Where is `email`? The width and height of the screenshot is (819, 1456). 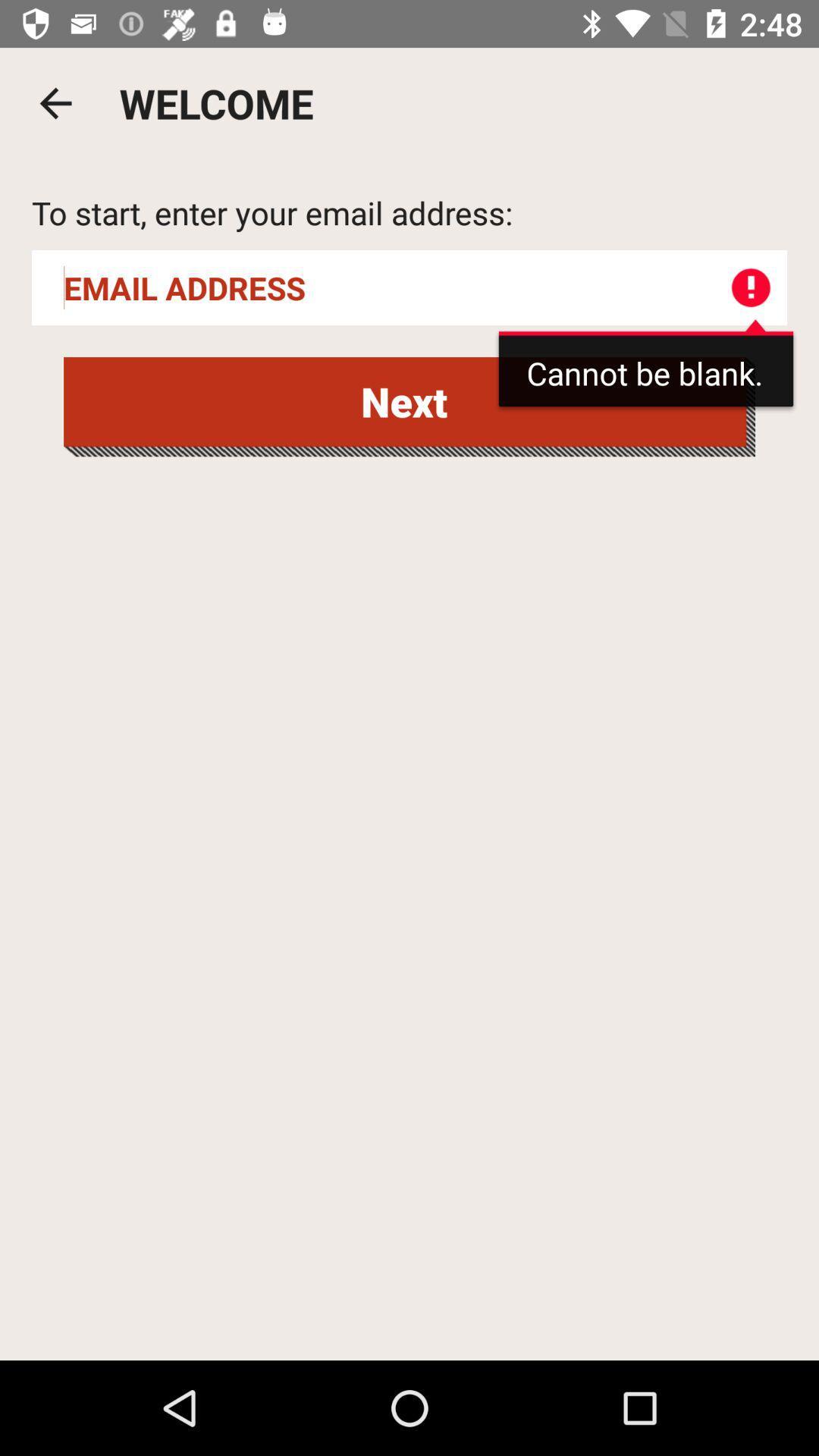
email is located at coordinates (409, 287).